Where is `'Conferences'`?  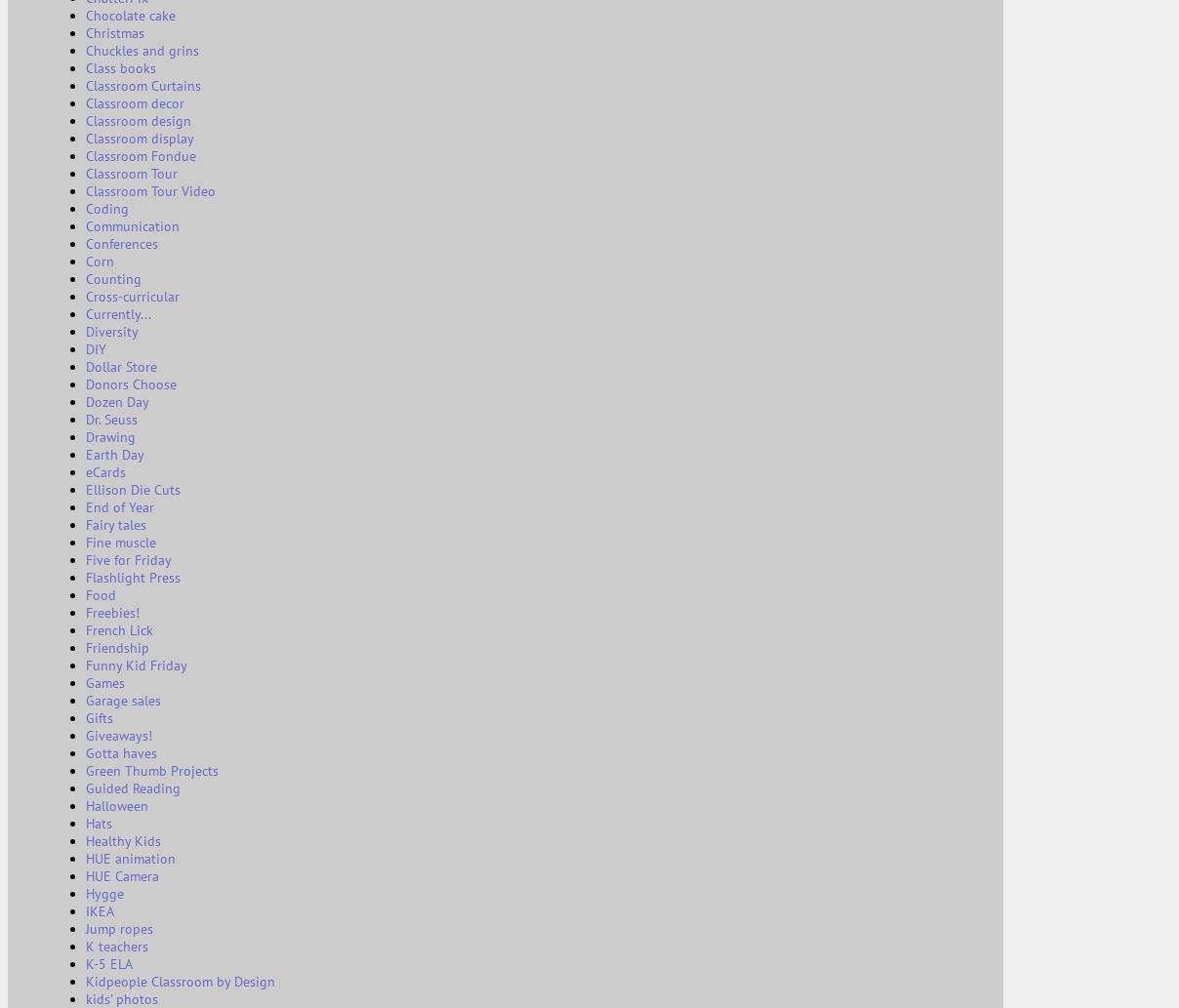
'Conferences' is located at coordinates (121, 242).